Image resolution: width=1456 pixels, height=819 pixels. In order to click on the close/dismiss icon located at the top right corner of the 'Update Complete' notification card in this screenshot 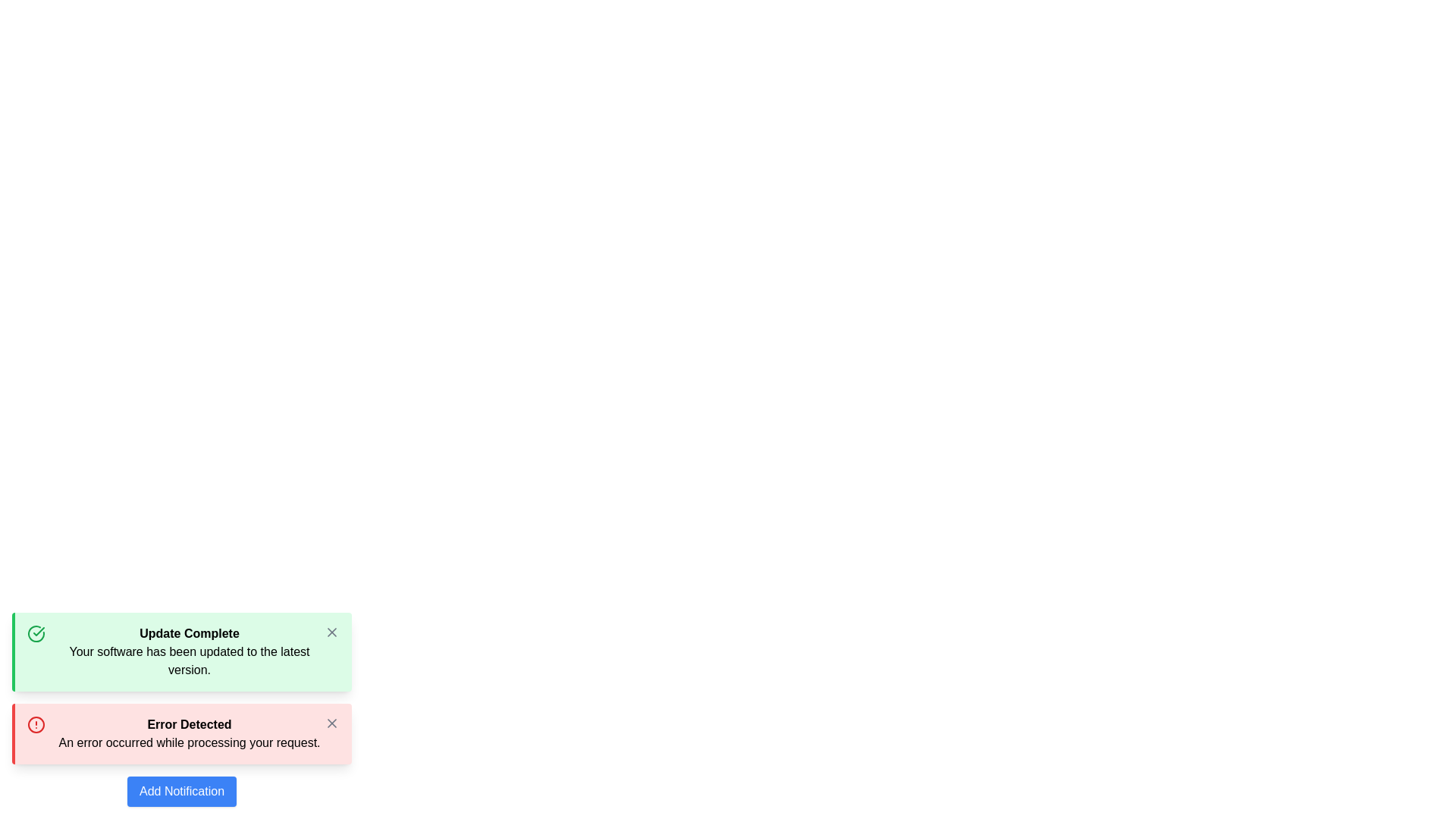, I will do `click(331, 632)`.